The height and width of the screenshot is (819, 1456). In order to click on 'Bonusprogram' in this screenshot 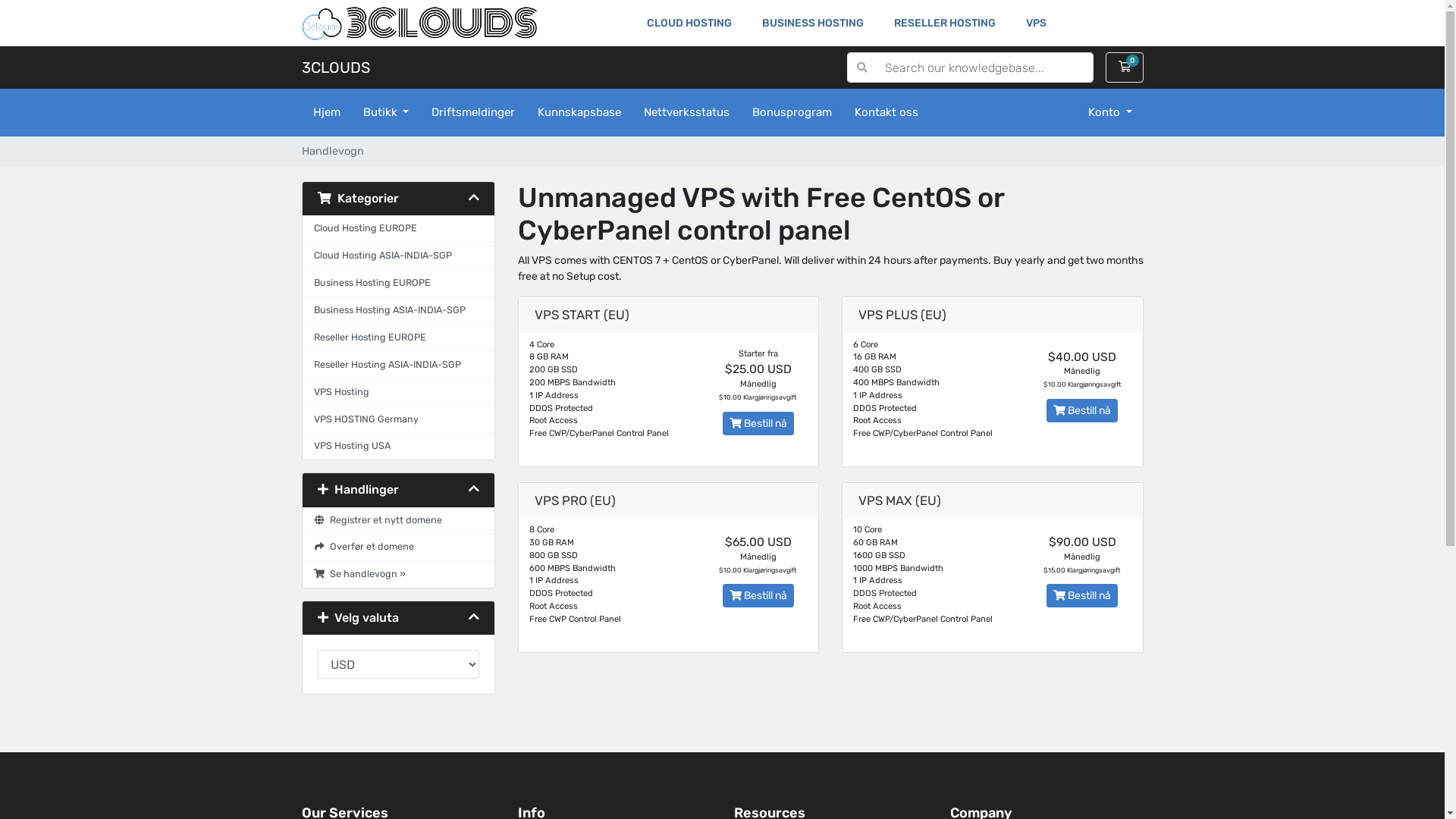, I will do `click(741, 111)`.